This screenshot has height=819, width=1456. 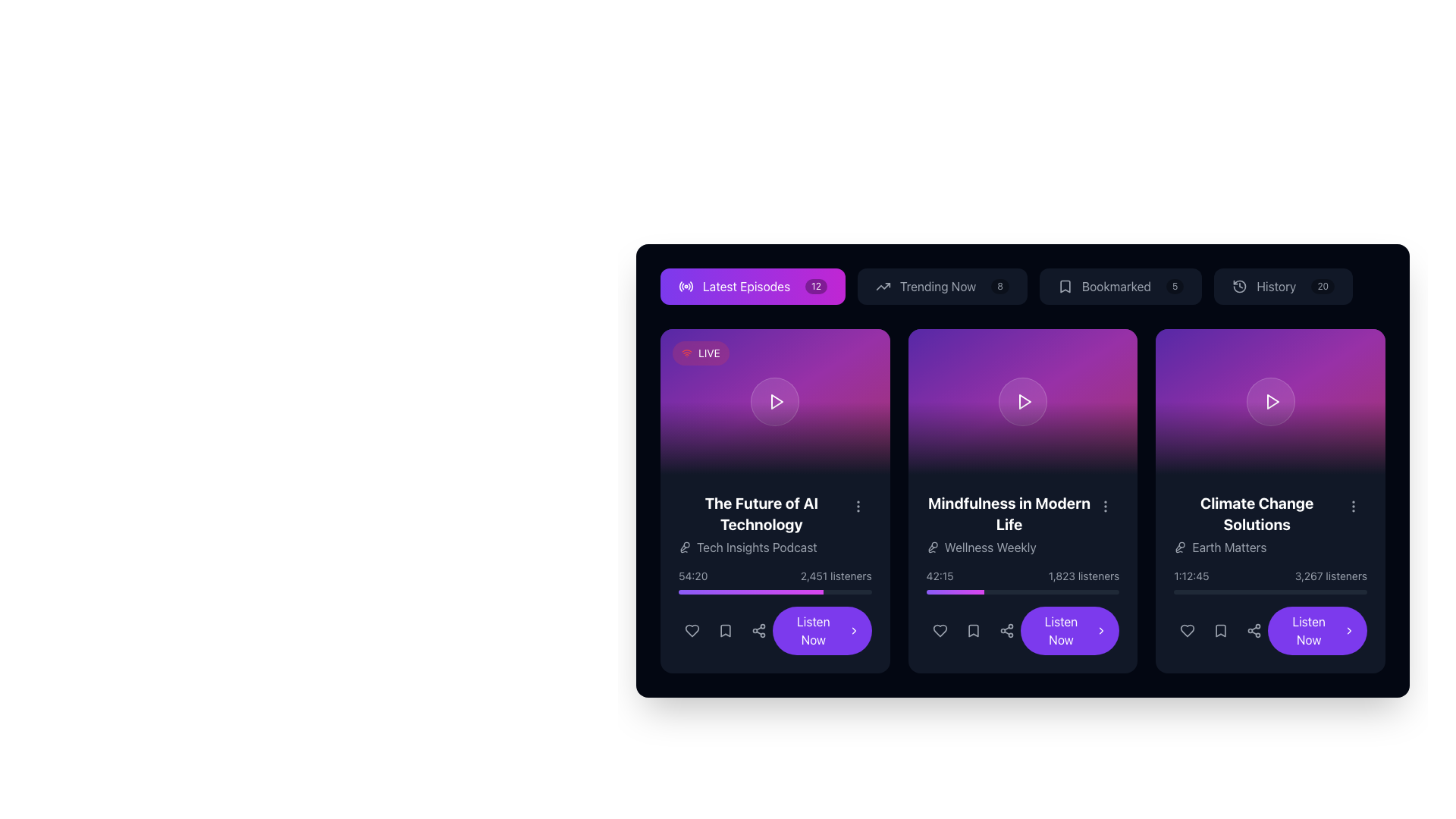 I want to click on the circular share button with a sharing icon located at the bottom of the central card to initiate the sharing action, so click(x=1006, y=631).